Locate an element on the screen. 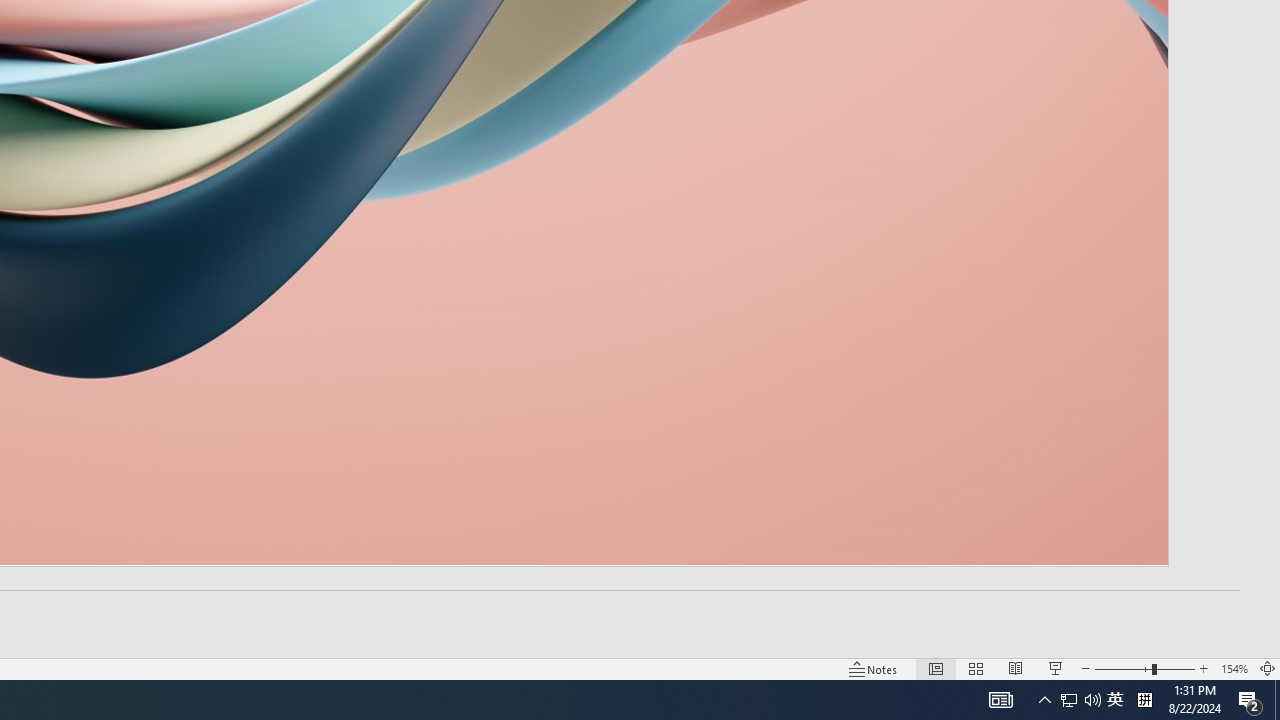 The width and height of the screenshot is (1280, 720). 'Zoom 154%' is located at coordinates (1233, 669).